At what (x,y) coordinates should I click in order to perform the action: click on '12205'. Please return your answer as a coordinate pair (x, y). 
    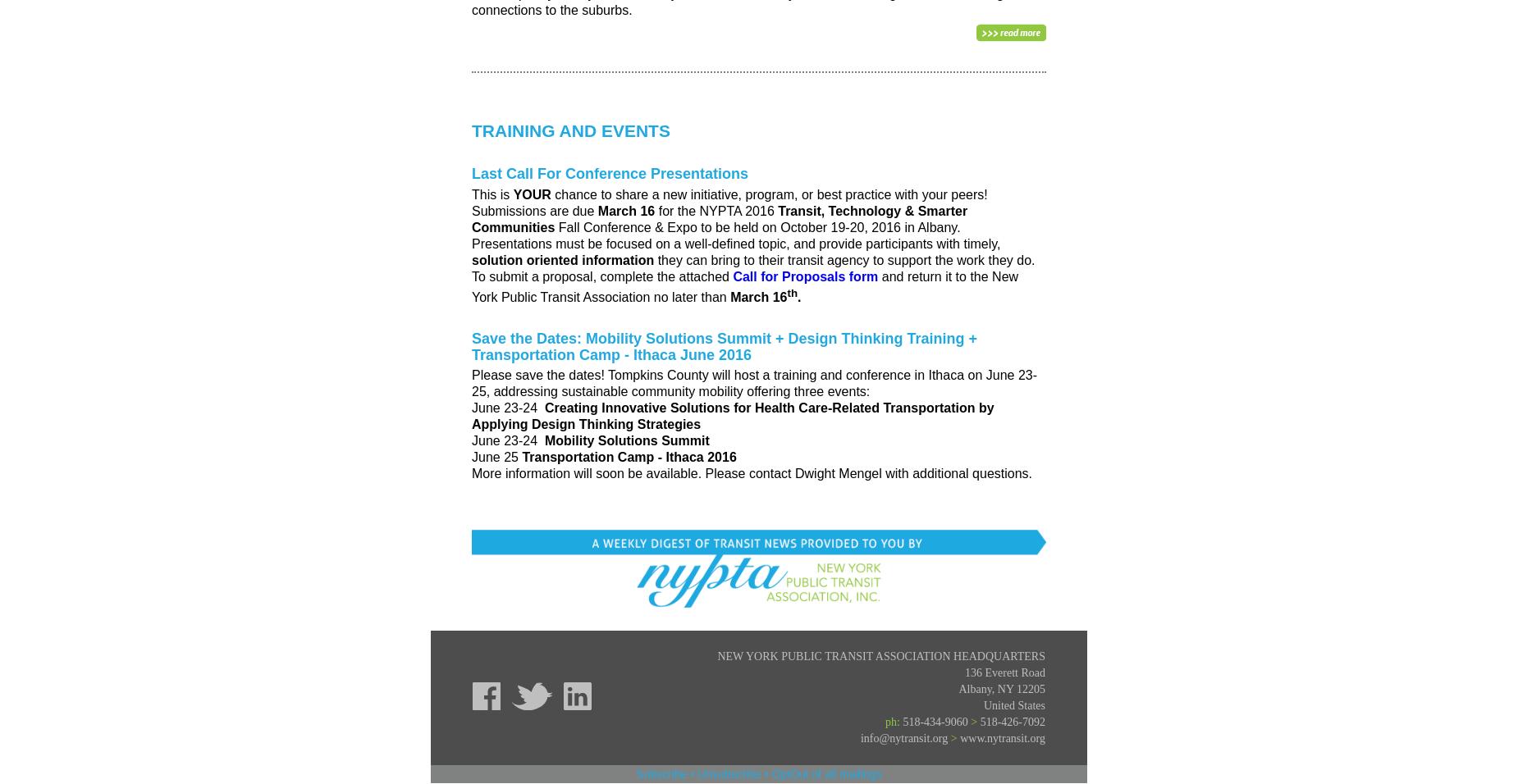
    Looking at the image, I should click on (1015, 689).